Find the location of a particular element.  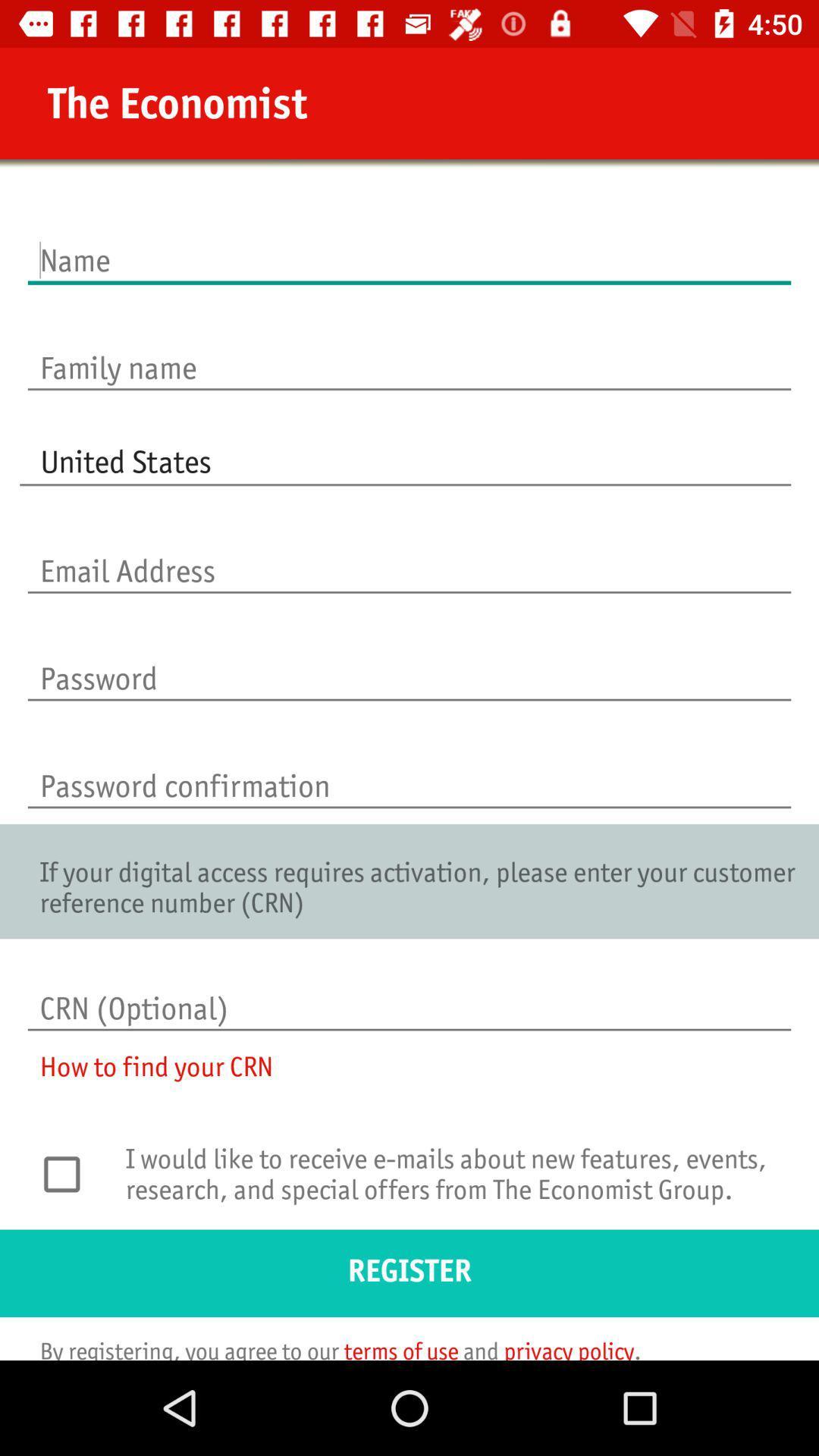

type in your email address is located at coordinates (409, 554).